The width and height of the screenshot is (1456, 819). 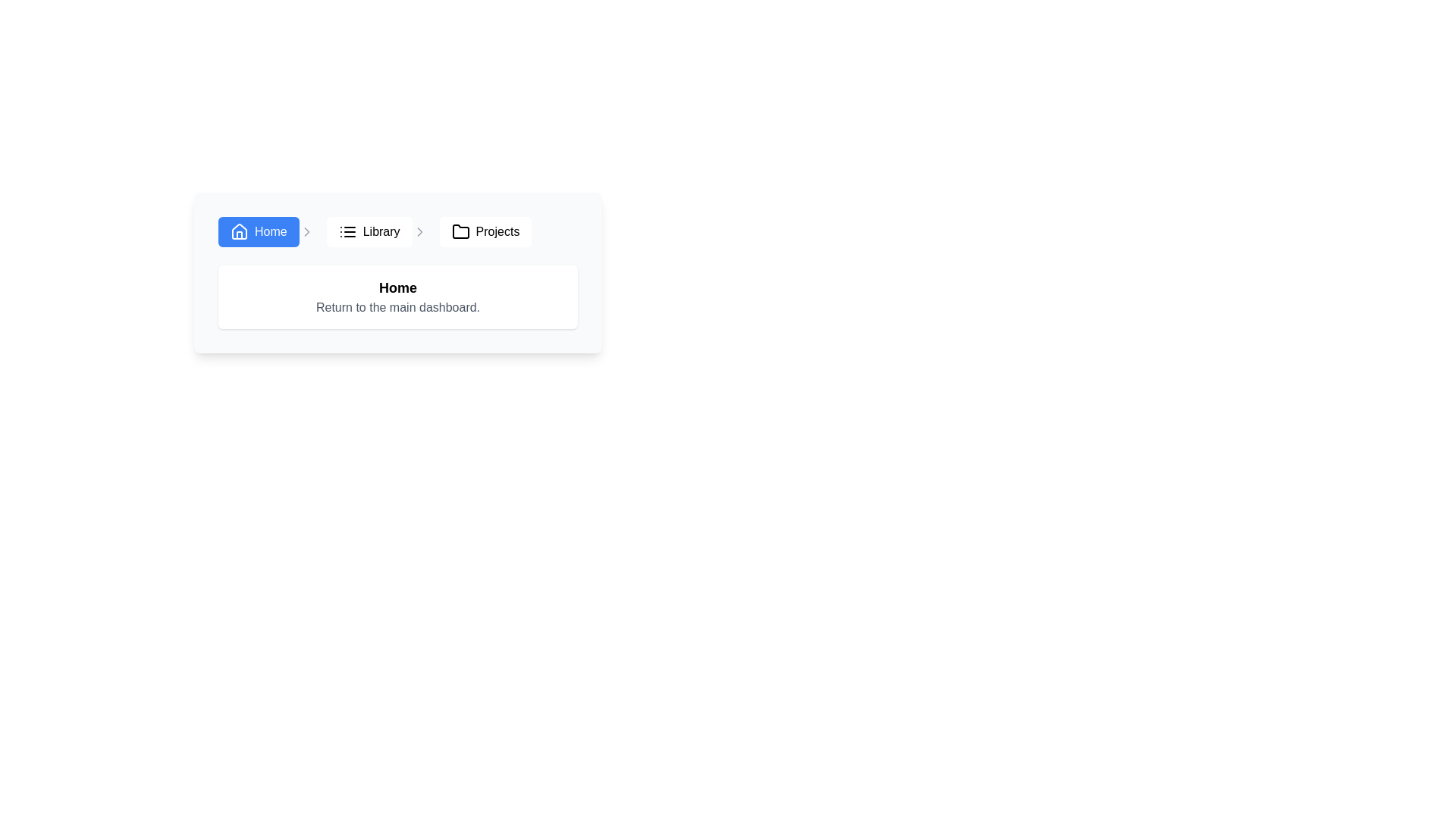 I want to click on the function of the navigational progression icon located to the right of the 'Library' text label in the breadcrumb navigation component, so click(x=419, y=231).